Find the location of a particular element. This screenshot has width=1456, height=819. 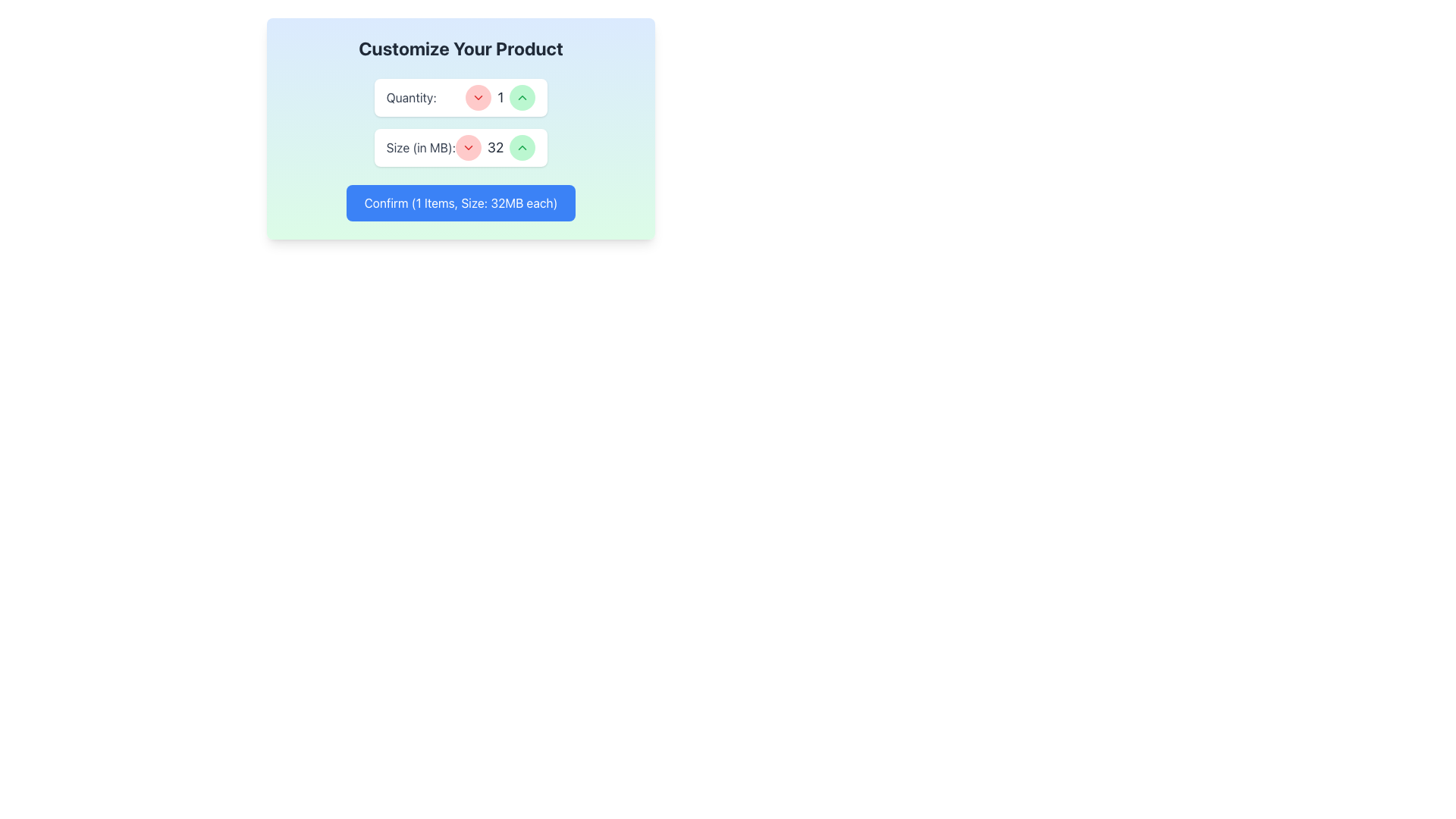

the increment button positioned to the right of the '1' in the 'Quantity:' row to activate the hover effect is located at coordinates (522, 97).